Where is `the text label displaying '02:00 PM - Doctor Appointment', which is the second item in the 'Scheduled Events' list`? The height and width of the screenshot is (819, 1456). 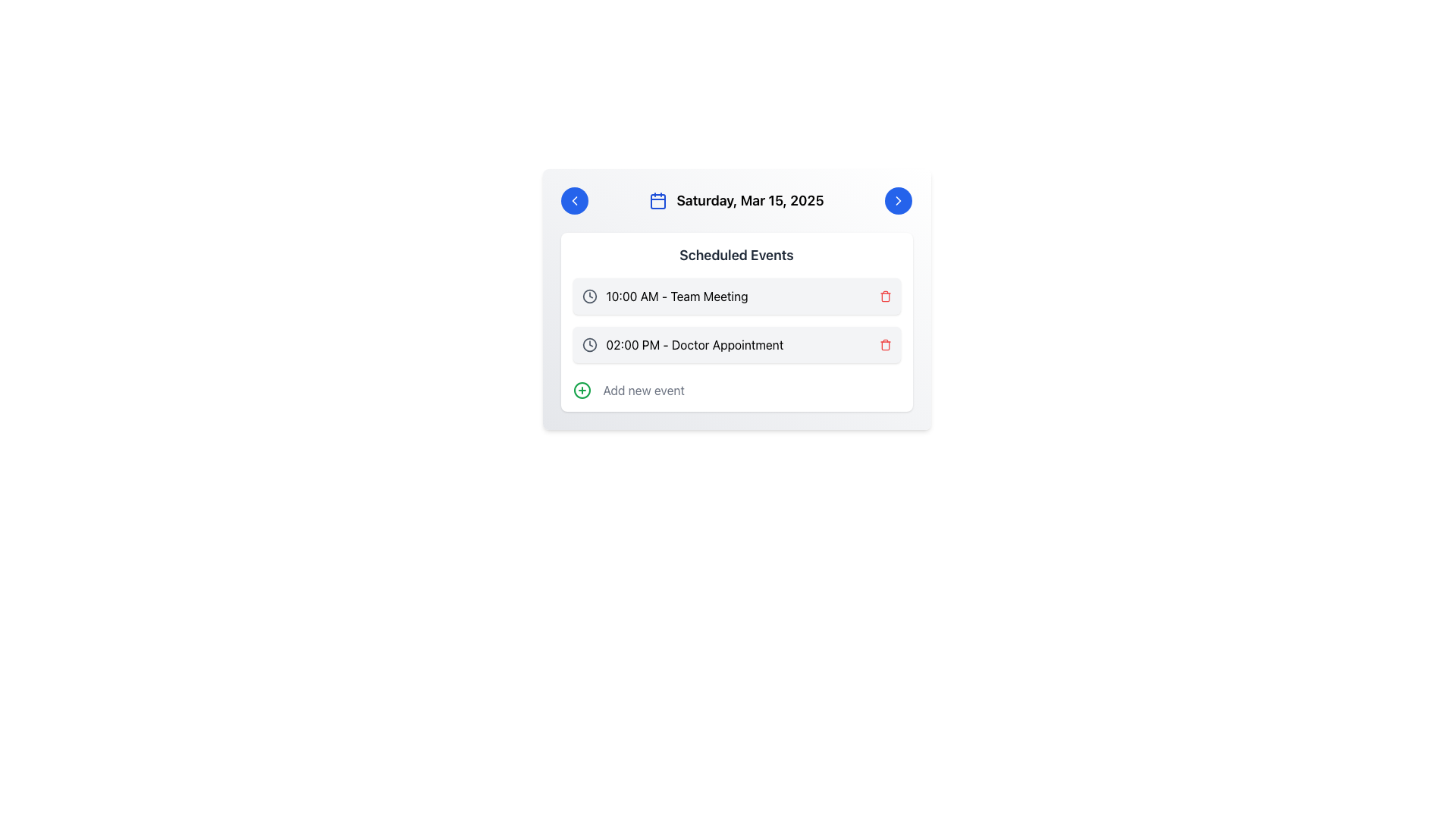
the text label displaying '02:00 PM - Doctor Appointment', which is the second item in the 'Scheduled Events' list is located at coordinates (694, 345).